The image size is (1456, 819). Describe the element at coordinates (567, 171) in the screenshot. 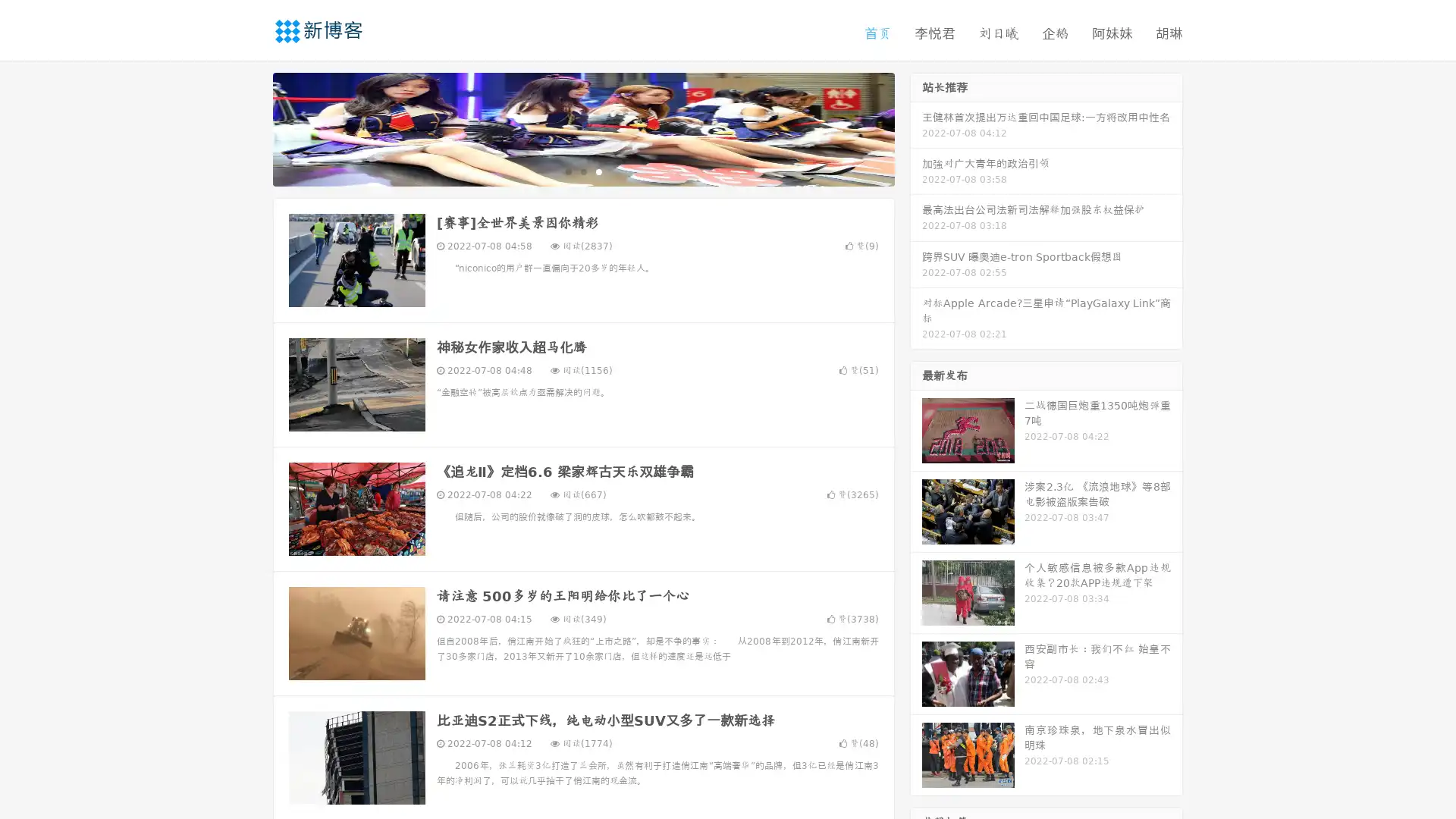

I see `Go to slide 1` at that location.